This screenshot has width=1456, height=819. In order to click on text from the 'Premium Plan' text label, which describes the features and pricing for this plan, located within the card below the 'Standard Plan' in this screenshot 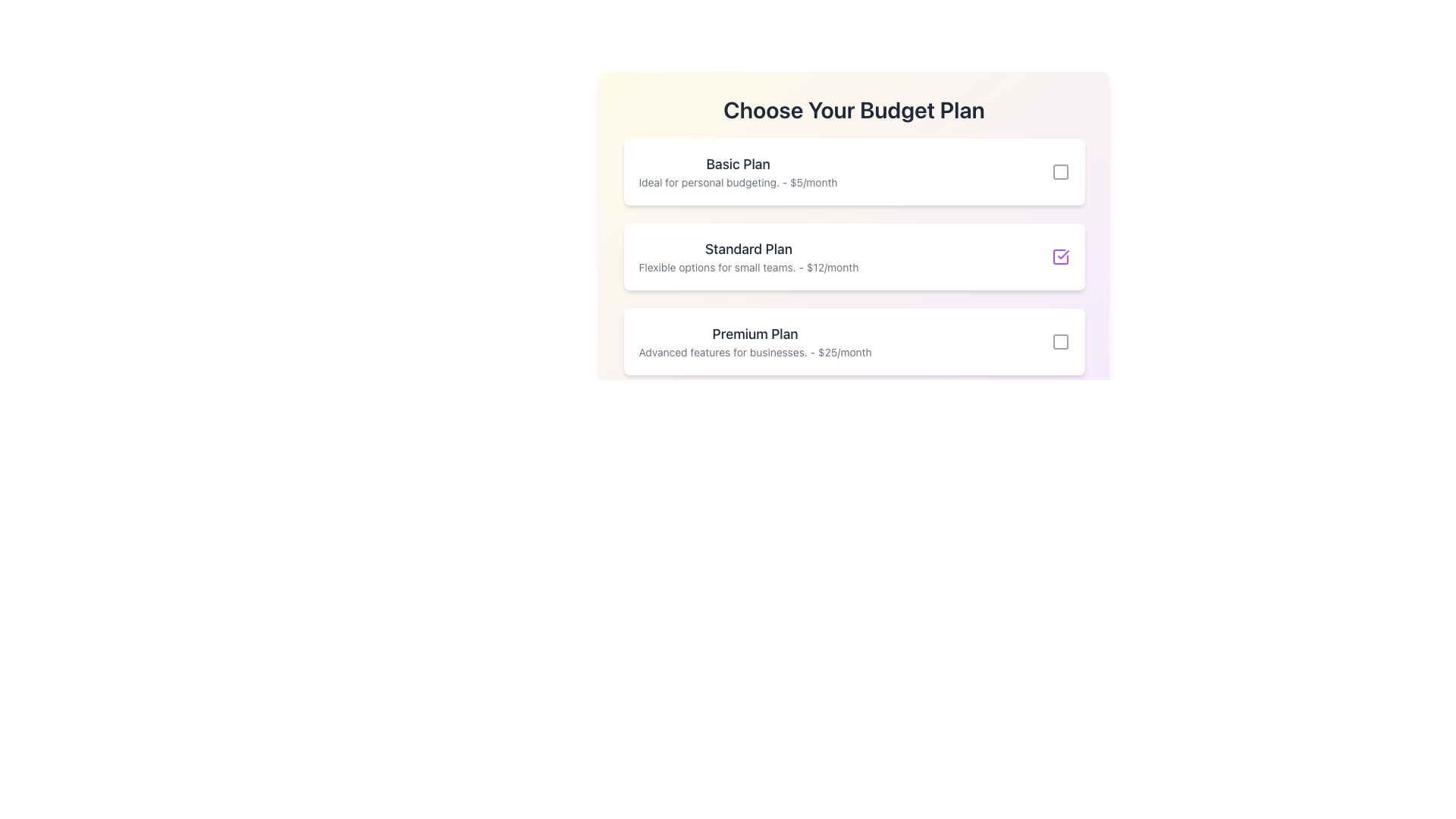, I will do `click(755, 353)`.